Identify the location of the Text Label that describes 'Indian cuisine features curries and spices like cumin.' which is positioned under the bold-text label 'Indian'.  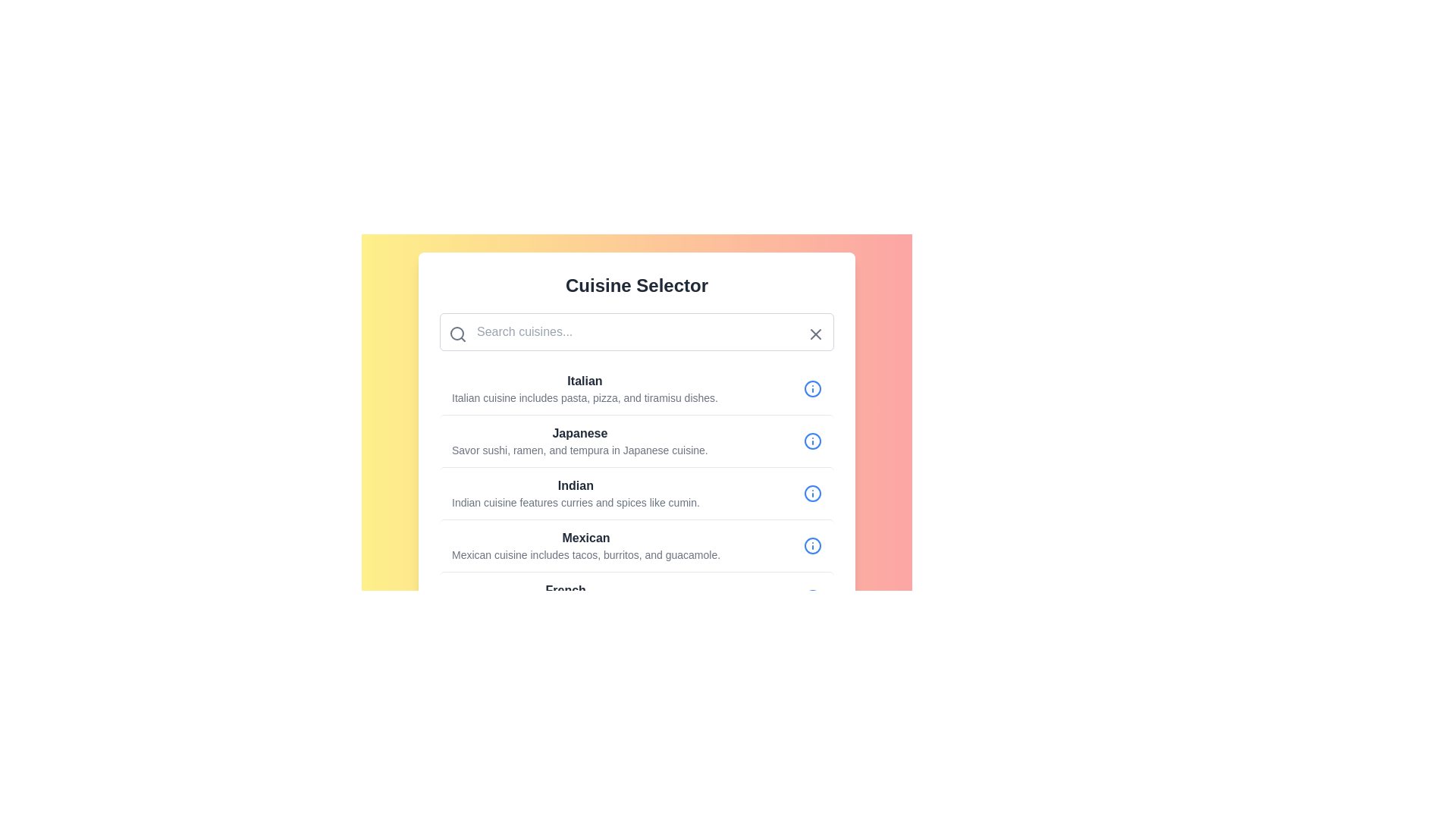
(575, 503).